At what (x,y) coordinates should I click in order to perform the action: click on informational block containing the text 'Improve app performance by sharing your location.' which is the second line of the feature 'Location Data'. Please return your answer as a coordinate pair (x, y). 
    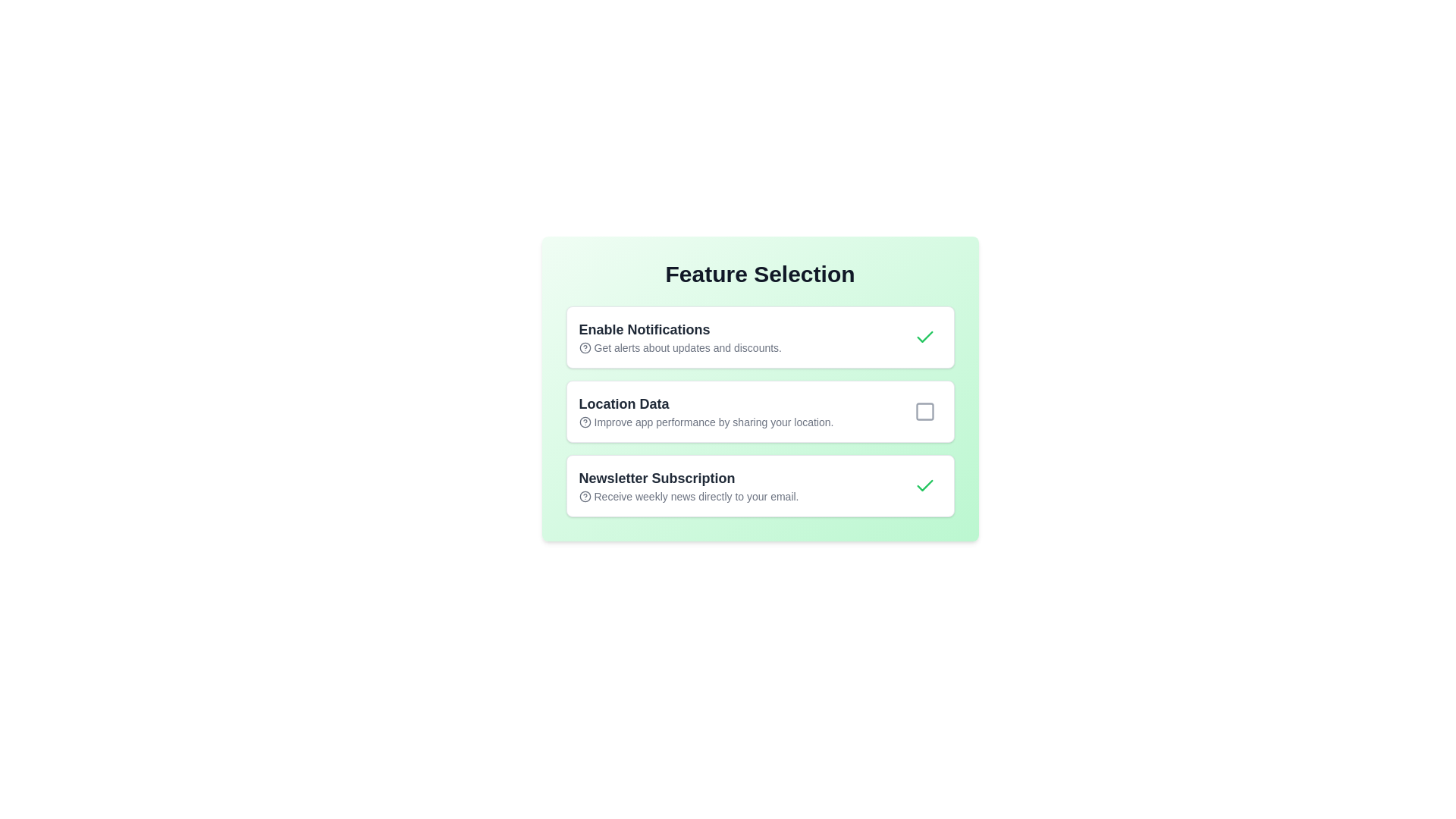
    Looking at the image, I should click on (705, 412).